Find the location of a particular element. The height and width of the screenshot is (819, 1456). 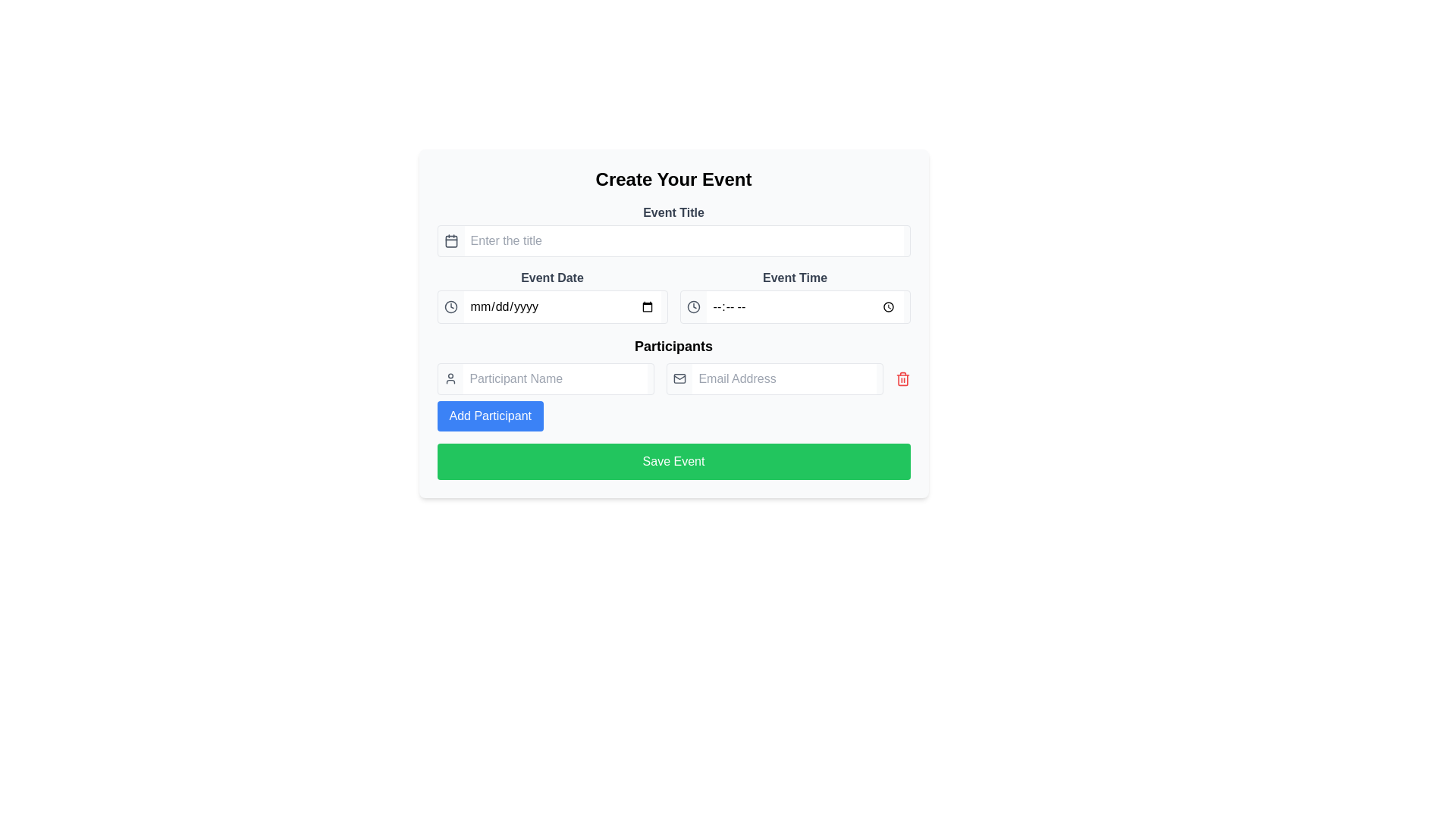

the rounded rectangle element that is part of the calendar icon, located inside the interface, to the left of the 'Enter the title' text entry field in the upper-left corner of the main form is located at coordinates (450, 240).